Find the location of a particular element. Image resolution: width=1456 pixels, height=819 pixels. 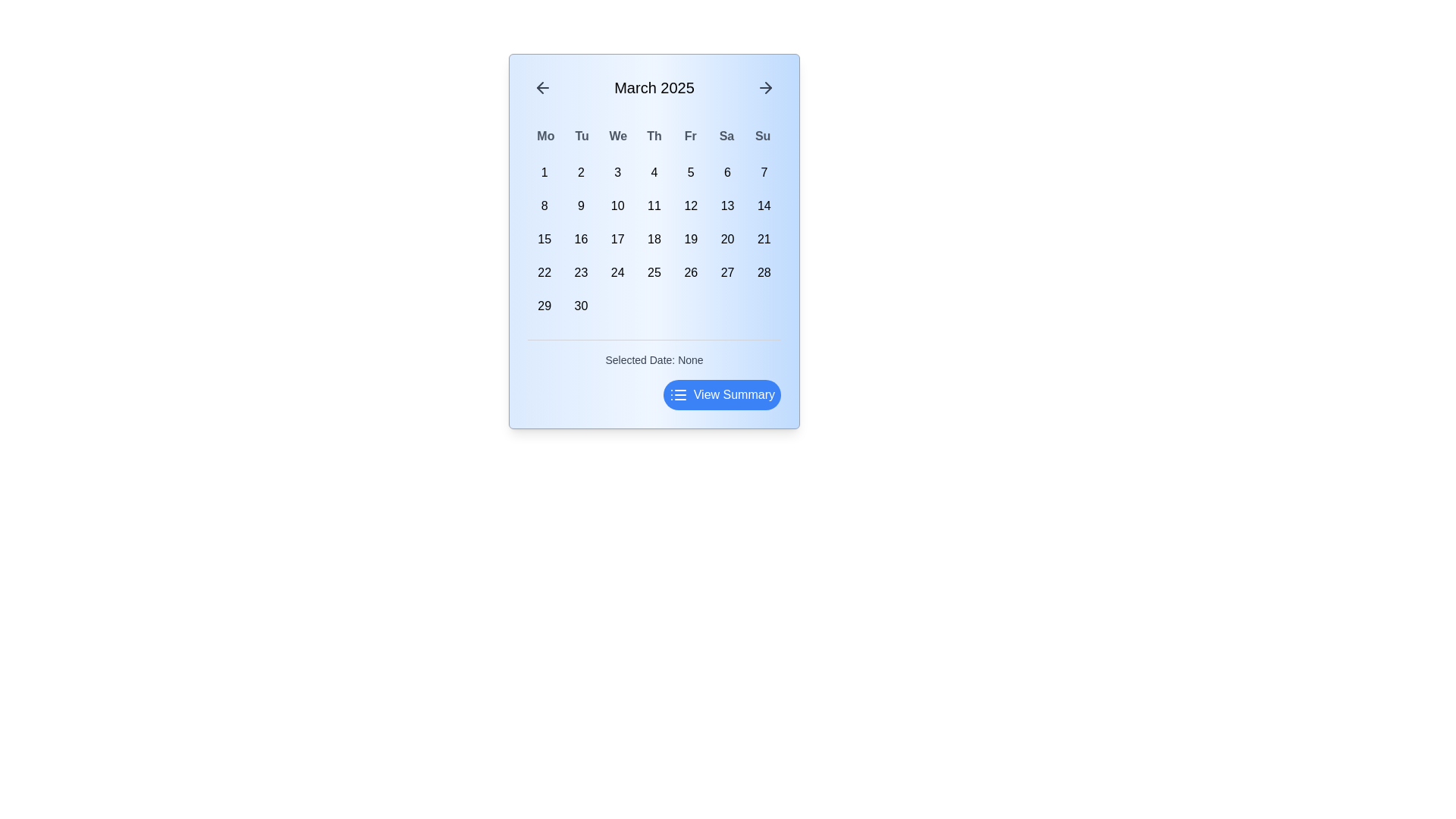

the navigation button that allows users to switch to the previous month in the calendar interface, located to the left of 'March 2025' is located at coordinates (542, 87).